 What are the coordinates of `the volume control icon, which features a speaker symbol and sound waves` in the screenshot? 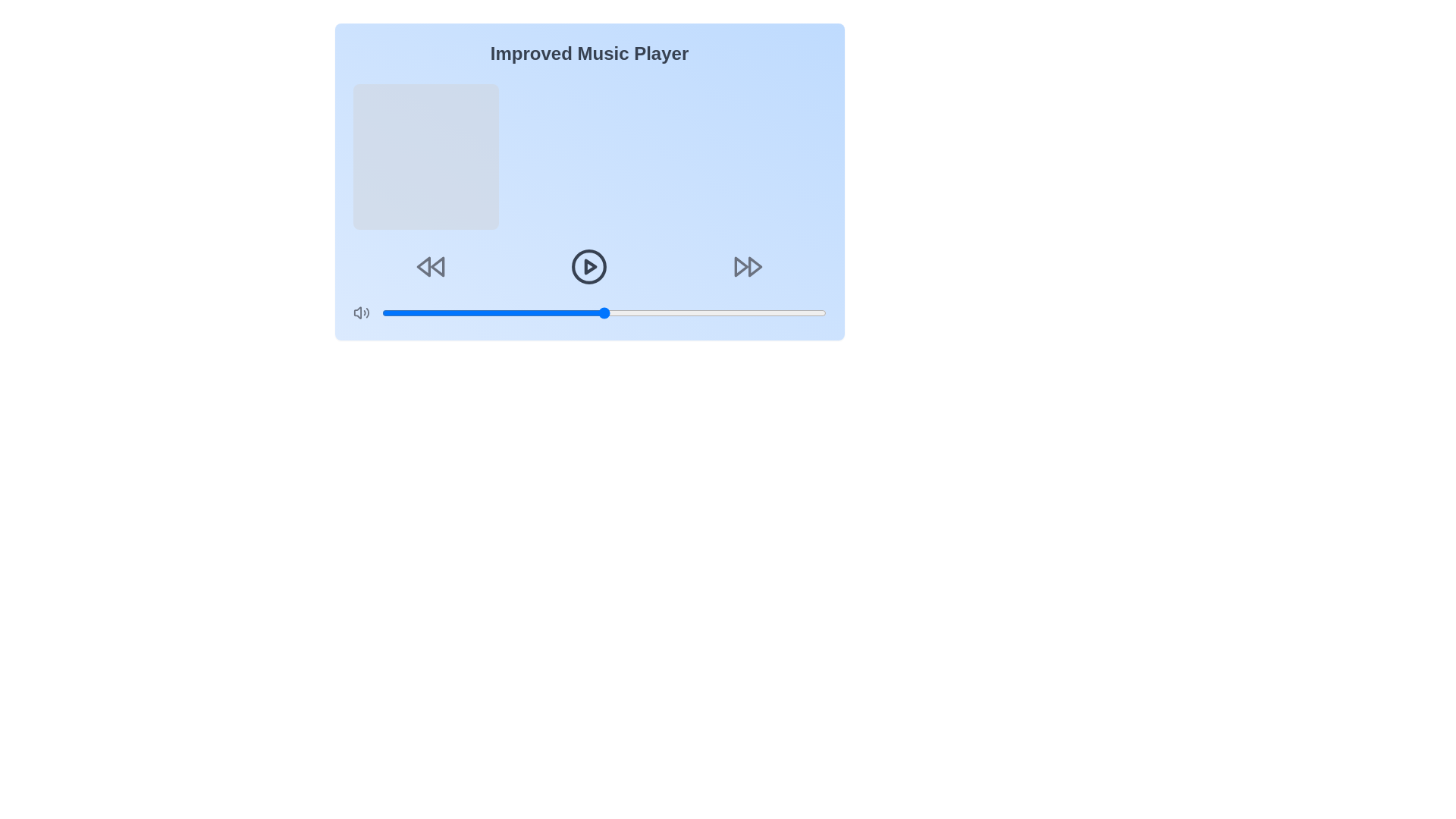 It's located at (360, 312).